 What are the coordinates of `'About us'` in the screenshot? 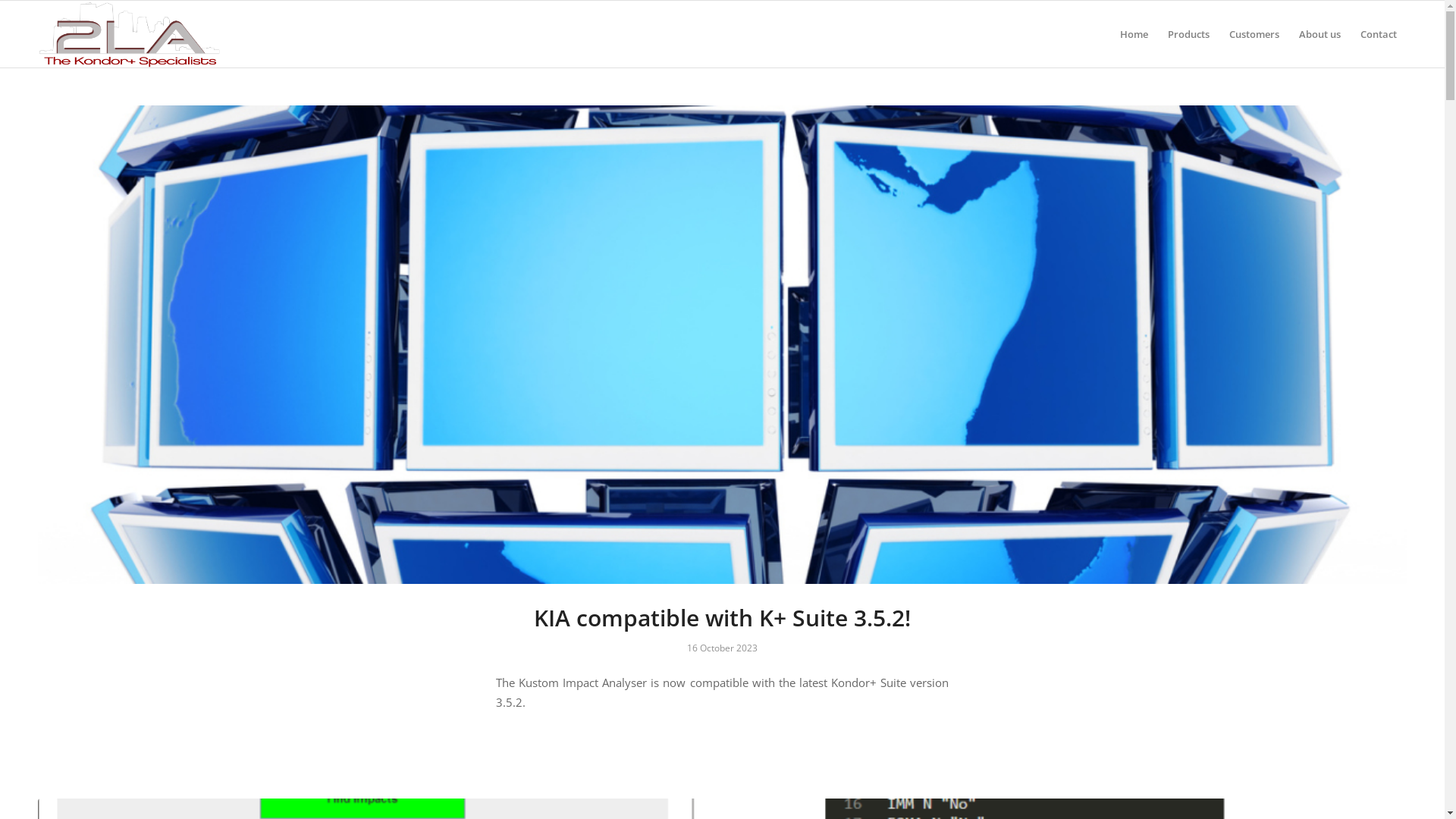 It's located at (1319, 34).